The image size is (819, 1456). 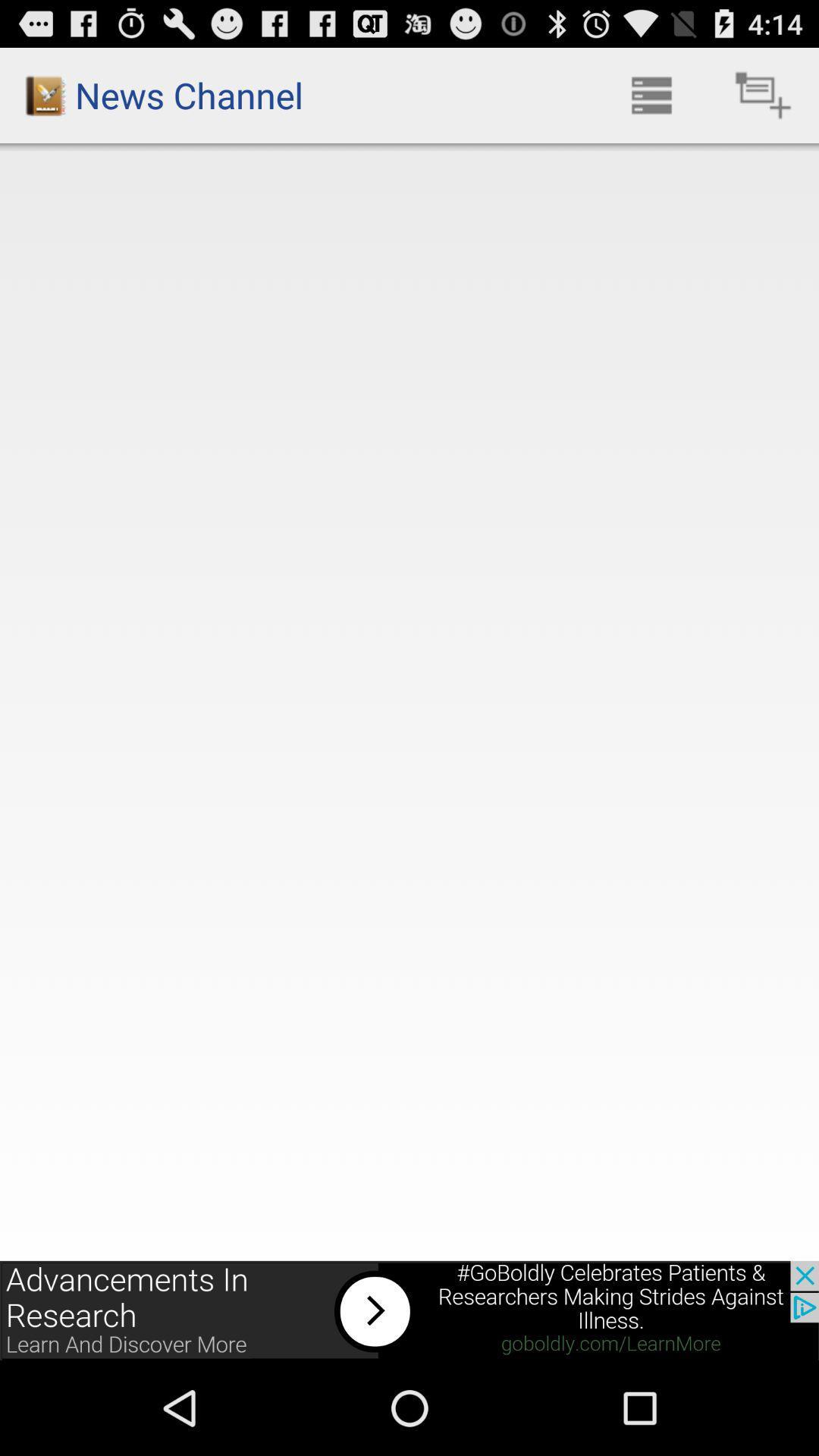 What do you see at coordinates (409, 1310) in the screenshot?
I see `advertisement for research` at bounding box center [409, 1310].